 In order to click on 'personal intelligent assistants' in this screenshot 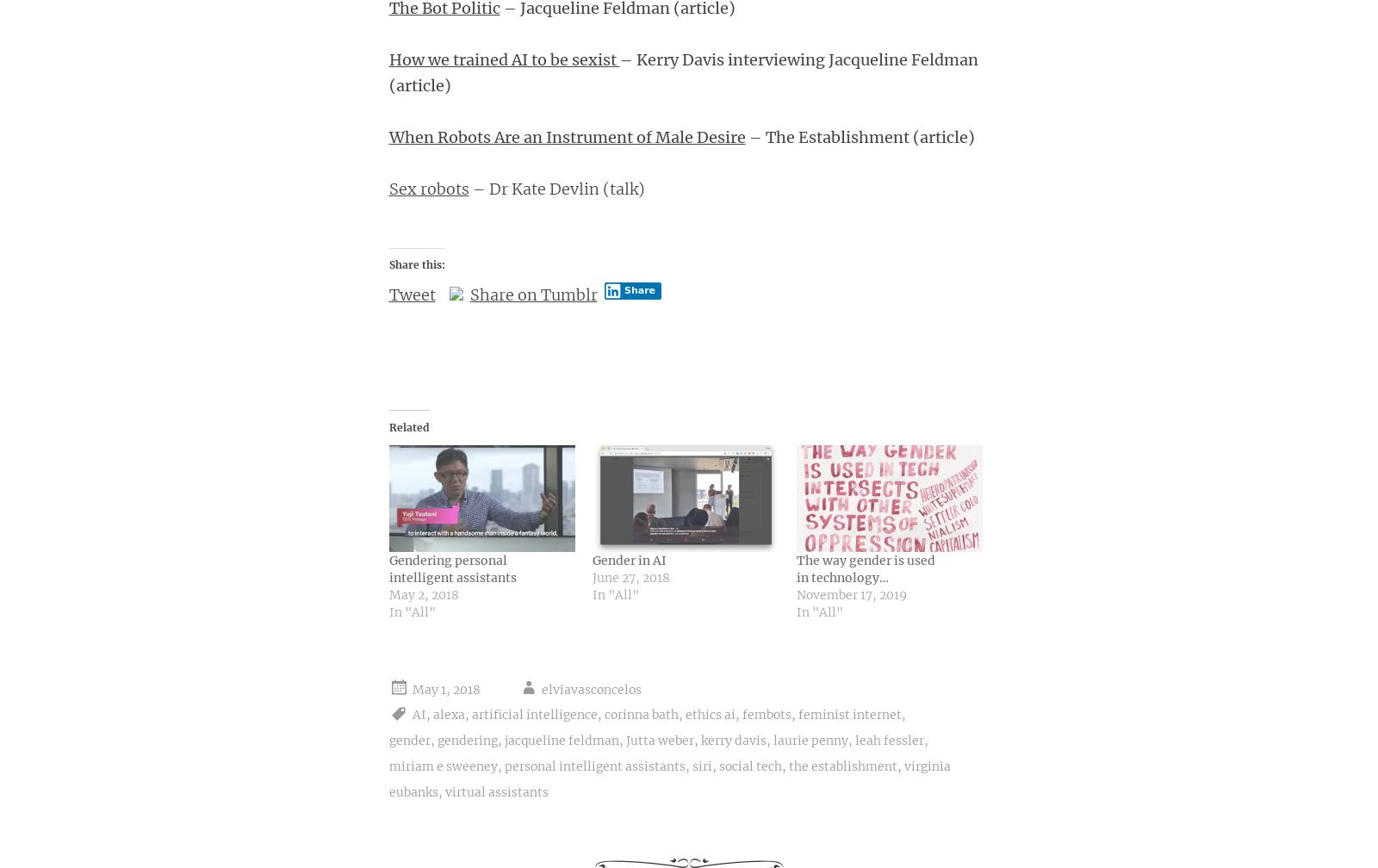, I will do `click(502, 765)`.